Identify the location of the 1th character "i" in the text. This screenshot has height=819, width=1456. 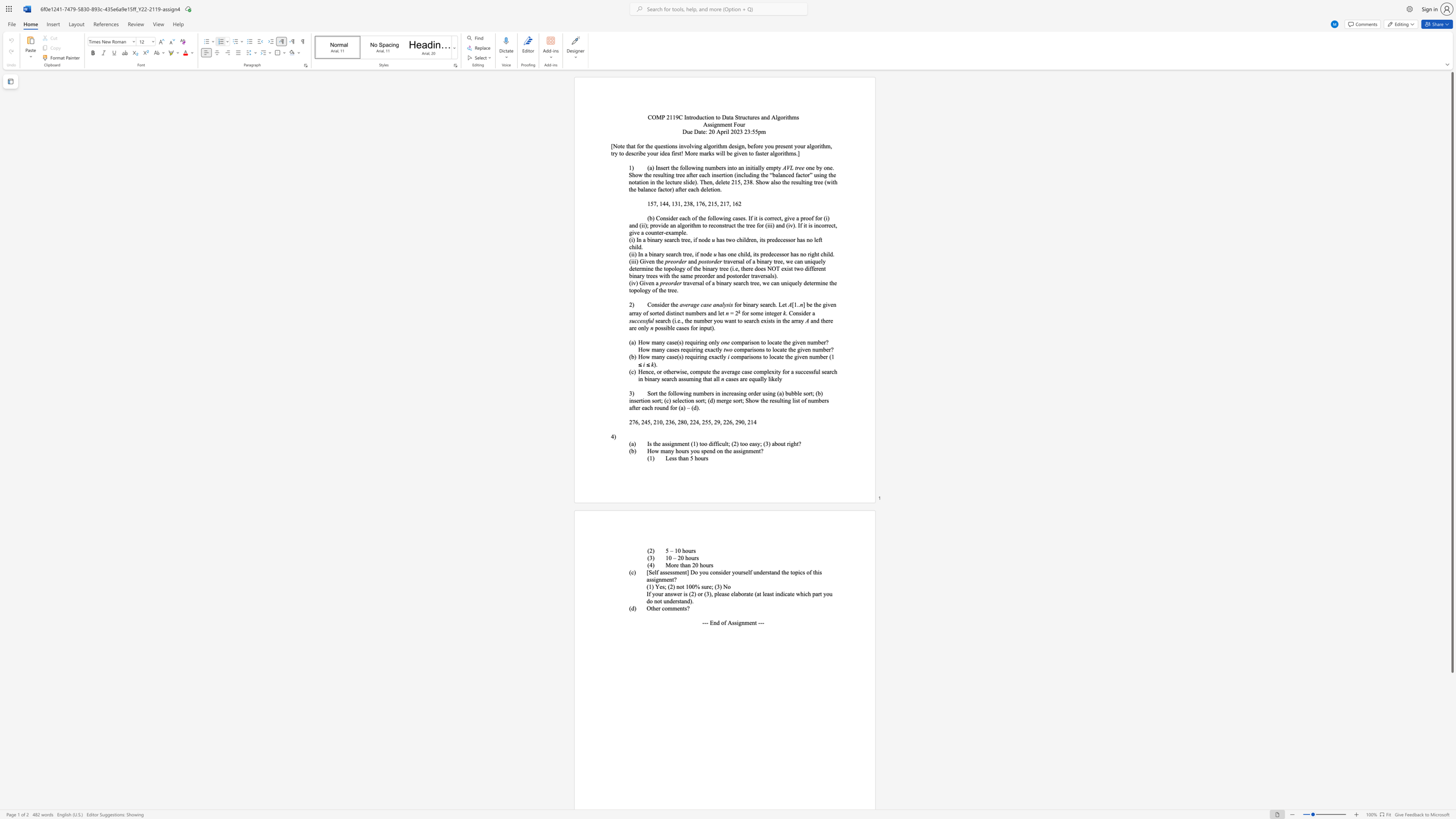
(742, 450).